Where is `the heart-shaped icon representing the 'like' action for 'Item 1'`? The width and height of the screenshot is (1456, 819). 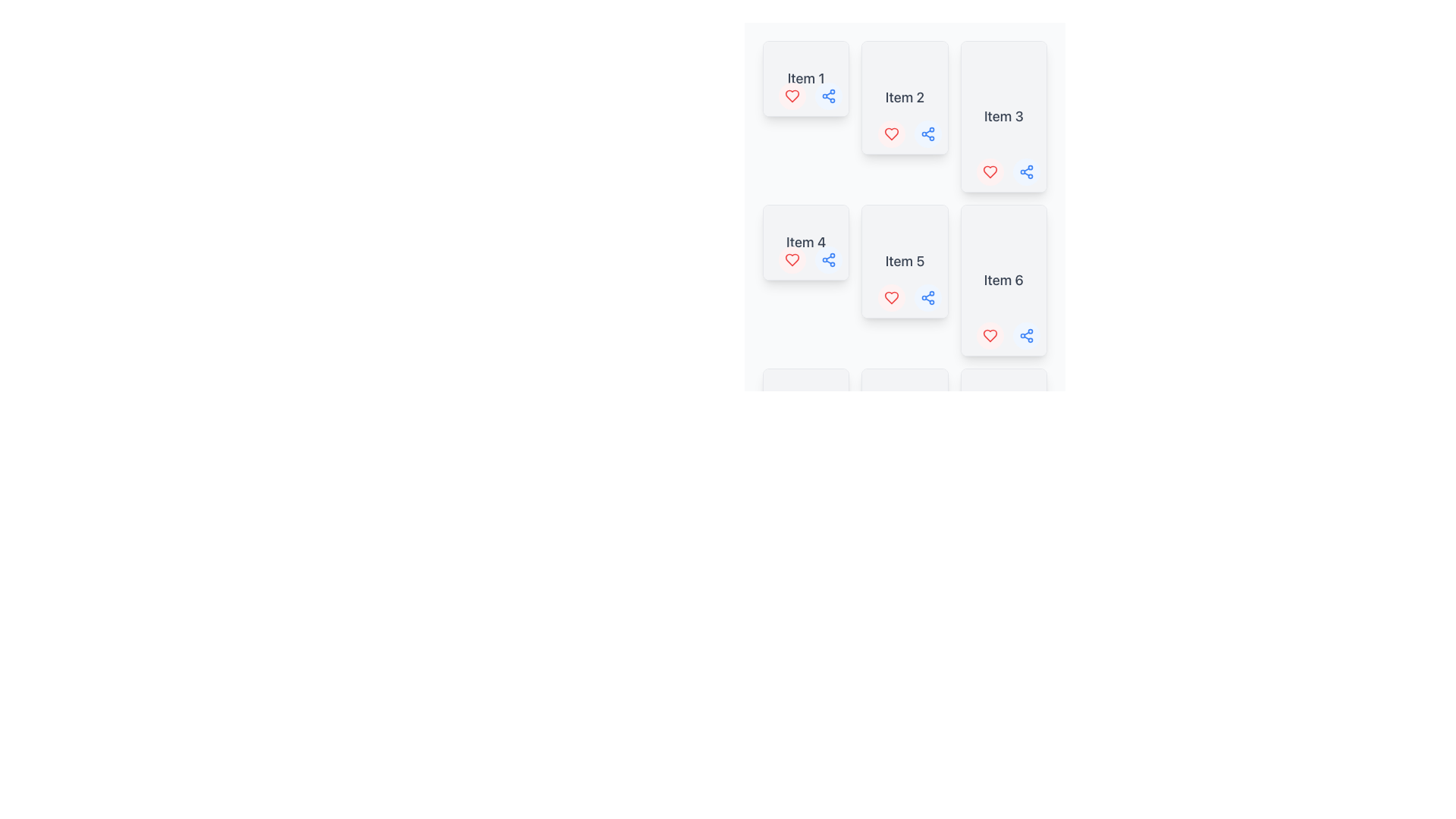 the heart-shaped icon representing the 'like' action for 'Item 1' is located at coordinates (792, 96).